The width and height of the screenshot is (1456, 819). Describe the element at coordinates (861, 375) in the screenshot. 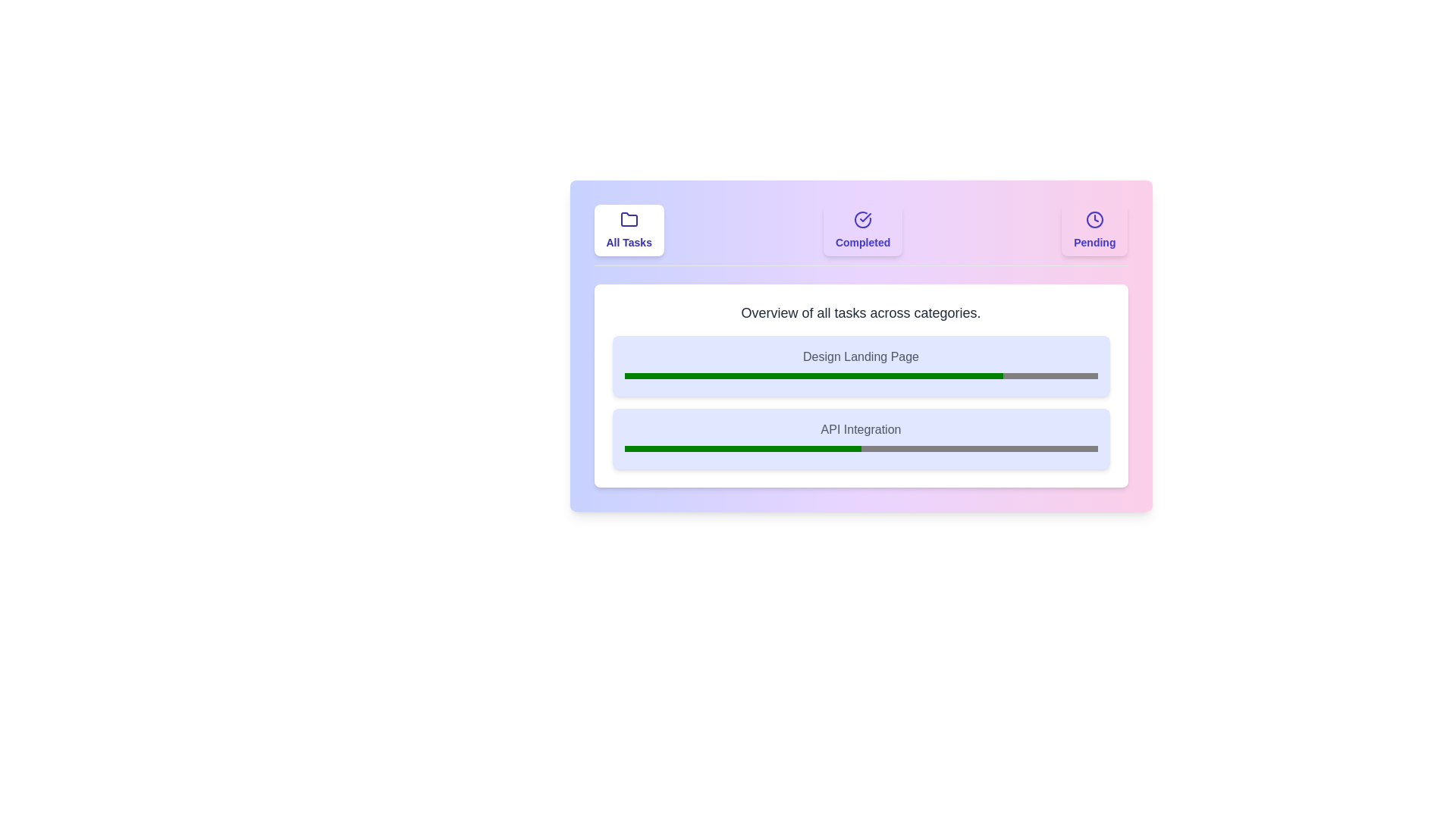

I see `the horizontal progress bar with curved ends, filled 80% in red, located directly below the 'Design Landing Page' text` at that location.